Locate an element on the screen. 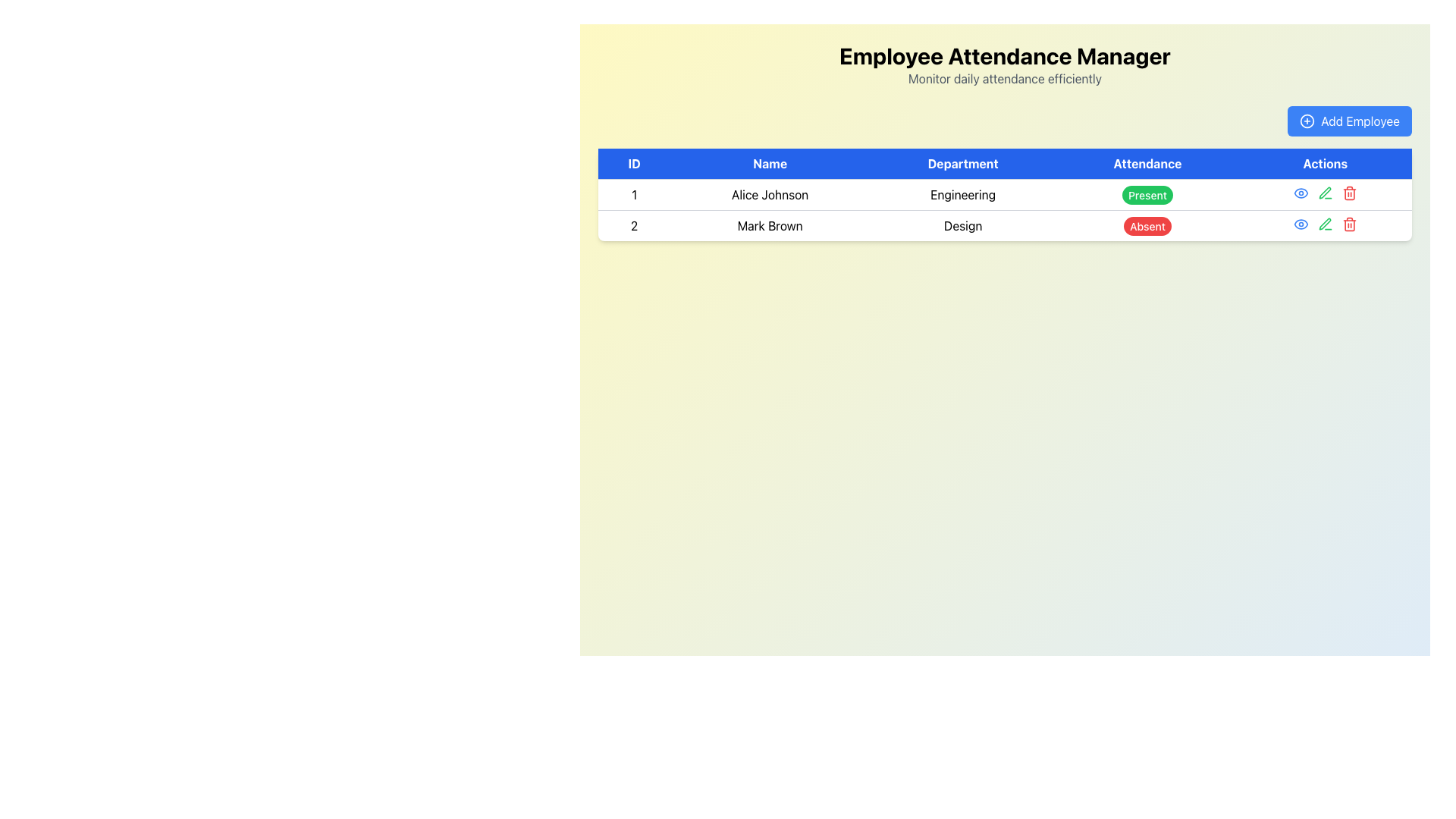 Image resolution: width=1456 pixels, height=819 pixels. the green-colored pen icon in the 'Actions' column for the employee 'Mark Brown' to observe the color change effect is located at coordinates (1324, 192).